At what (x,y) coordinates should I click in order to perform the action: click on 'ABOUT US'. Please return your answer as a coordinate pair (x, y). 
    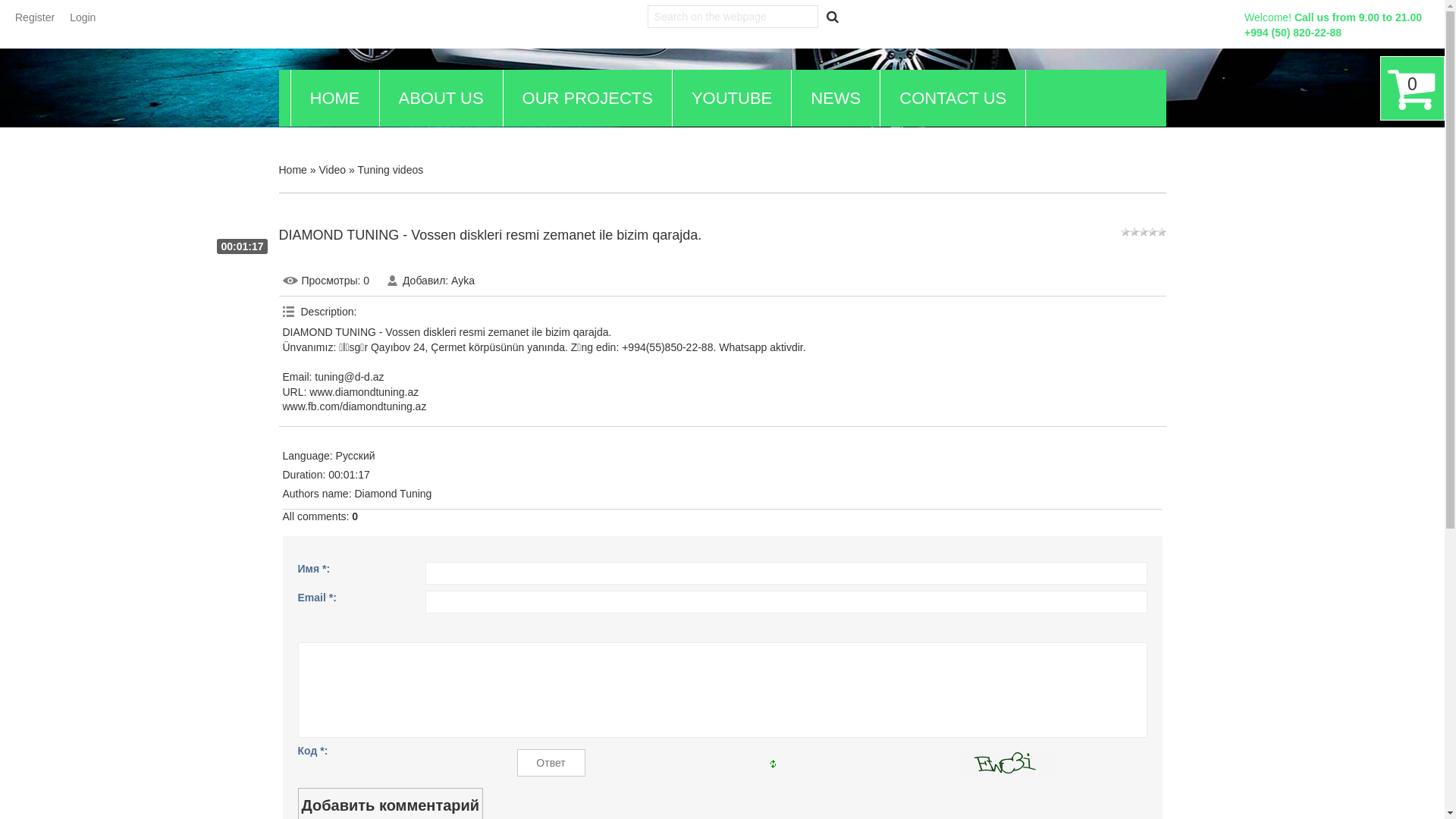
    Looking at the image, I should click on (439, 98).